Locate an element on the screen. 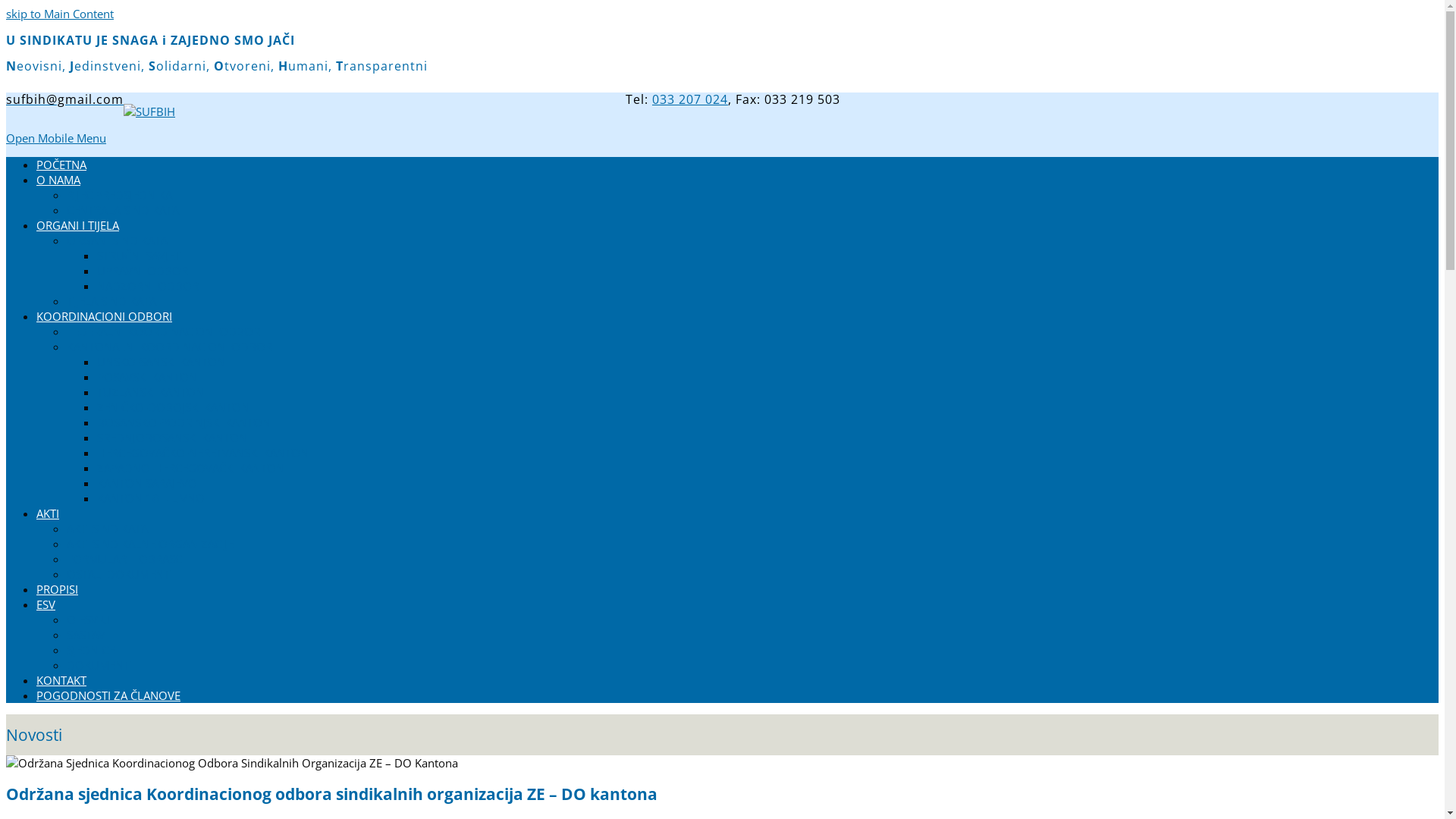  'UNSKO-SANSKI KANTON' is located at coordinates (161, 362).